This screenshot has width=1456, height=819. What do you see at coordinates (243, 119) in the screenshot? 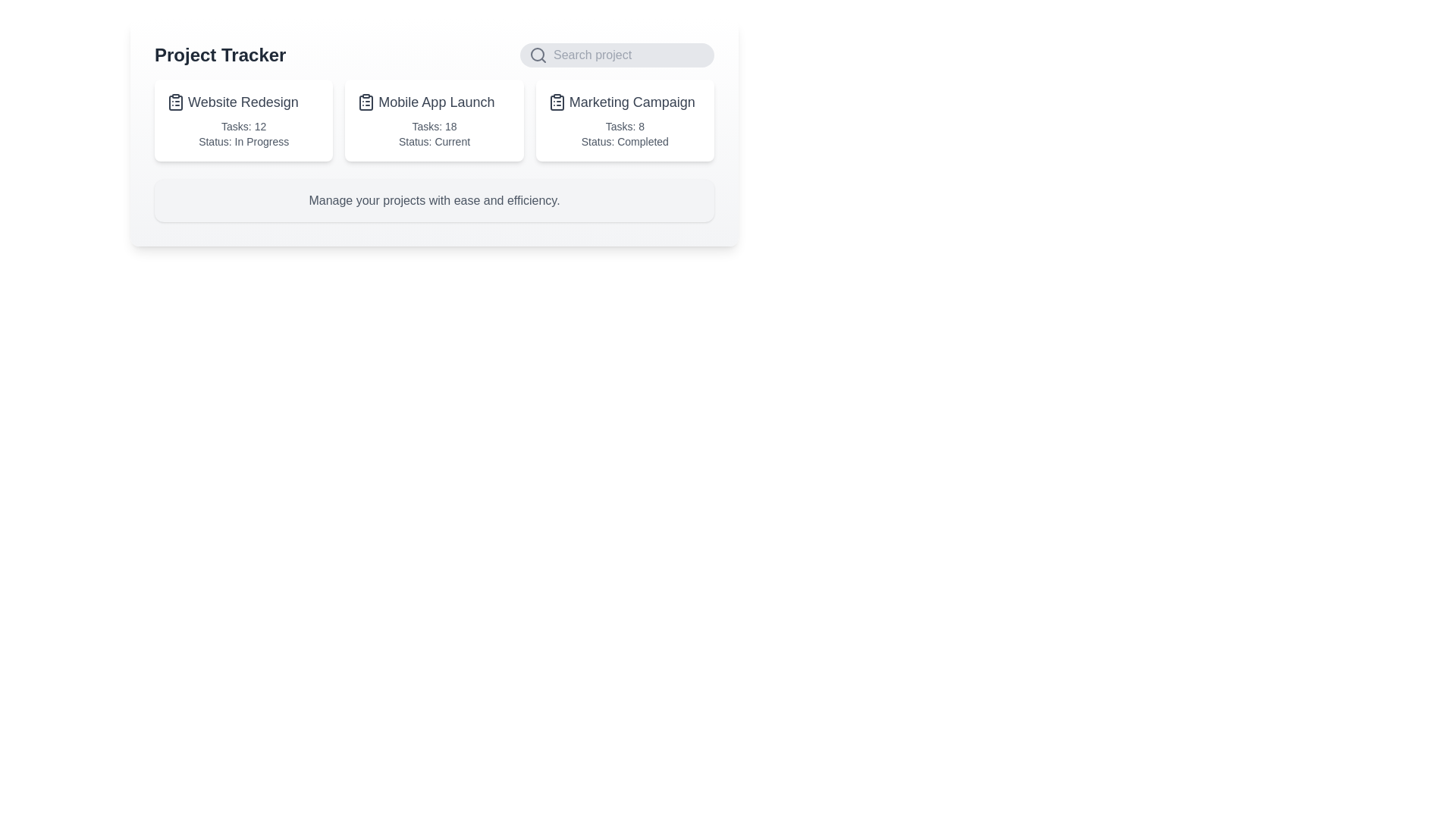
I see `the rectangular card titled 'Website Redesign' with a white background and rounded corners located at the top-left corner of the grid layout` at bounding box center [243, 119].